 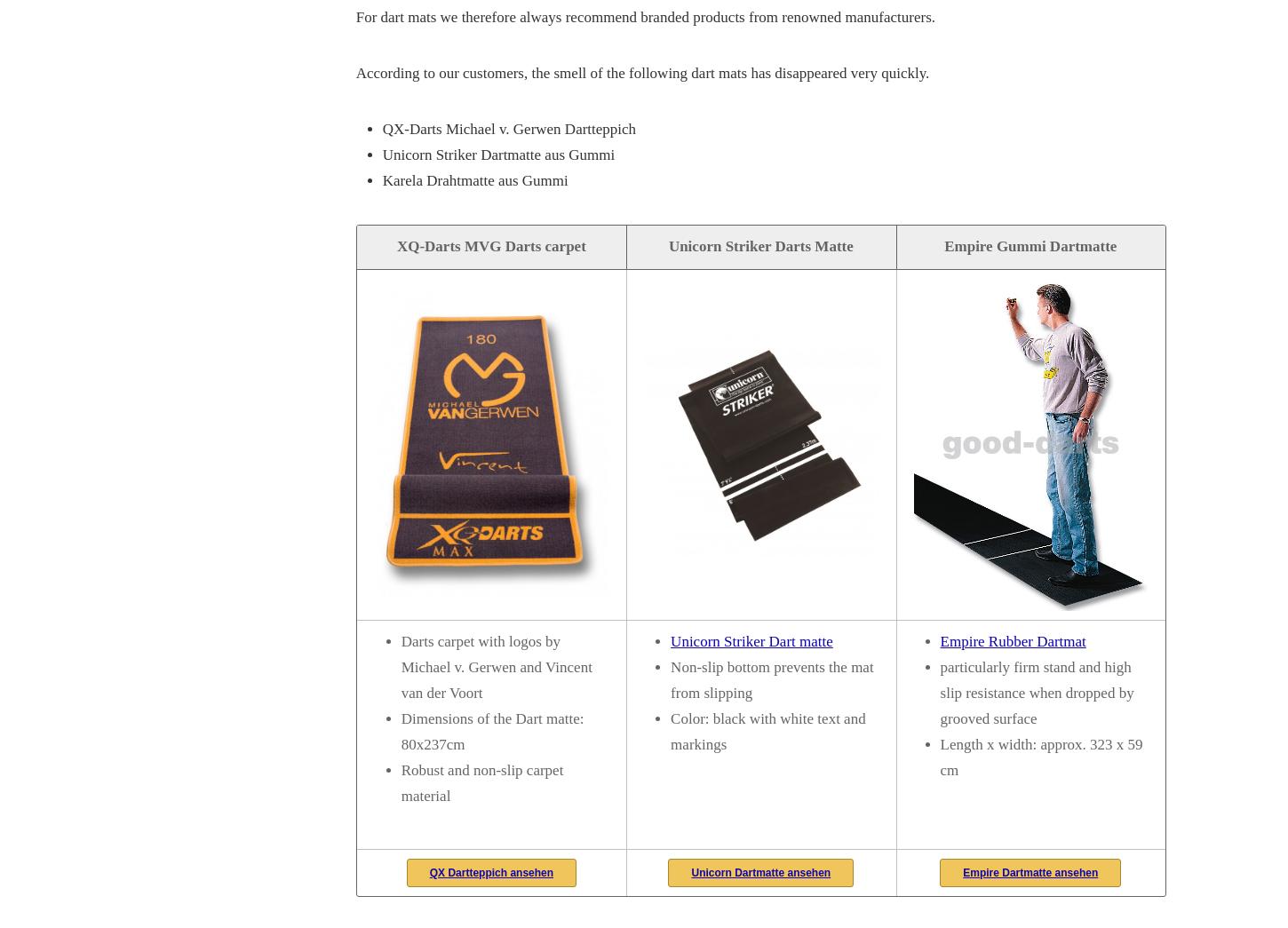 I want to click on 'Robust and non-slip carpet material', so click(x=481, y=782).